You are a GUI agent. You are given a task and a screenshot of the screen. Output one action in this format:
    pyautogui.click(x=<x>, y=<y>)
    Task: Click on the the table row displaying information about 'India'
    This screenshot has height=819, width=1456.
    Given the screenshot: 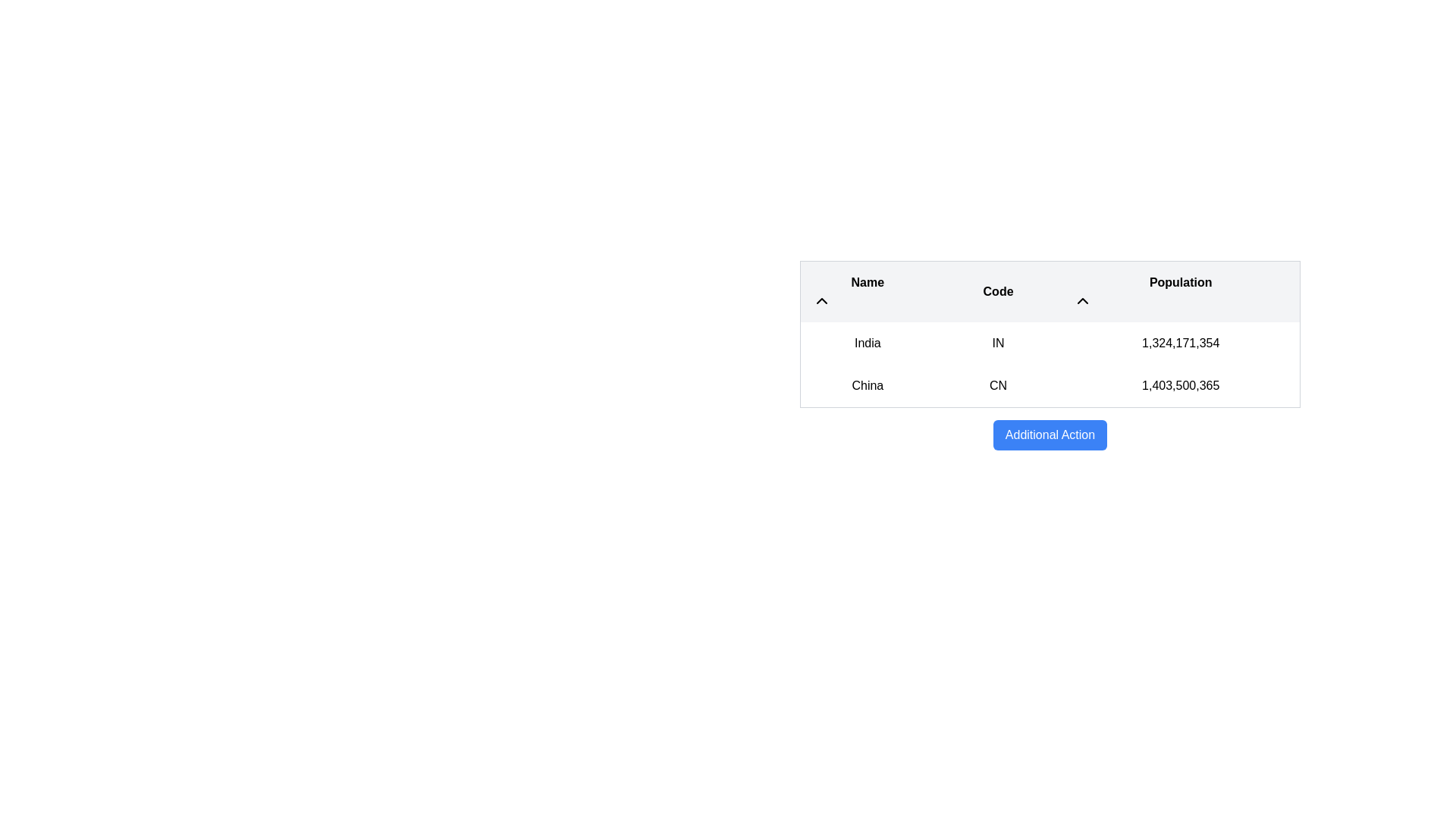 What is the action you would take?
    pyautogui.click(x=1050, y=343)
    